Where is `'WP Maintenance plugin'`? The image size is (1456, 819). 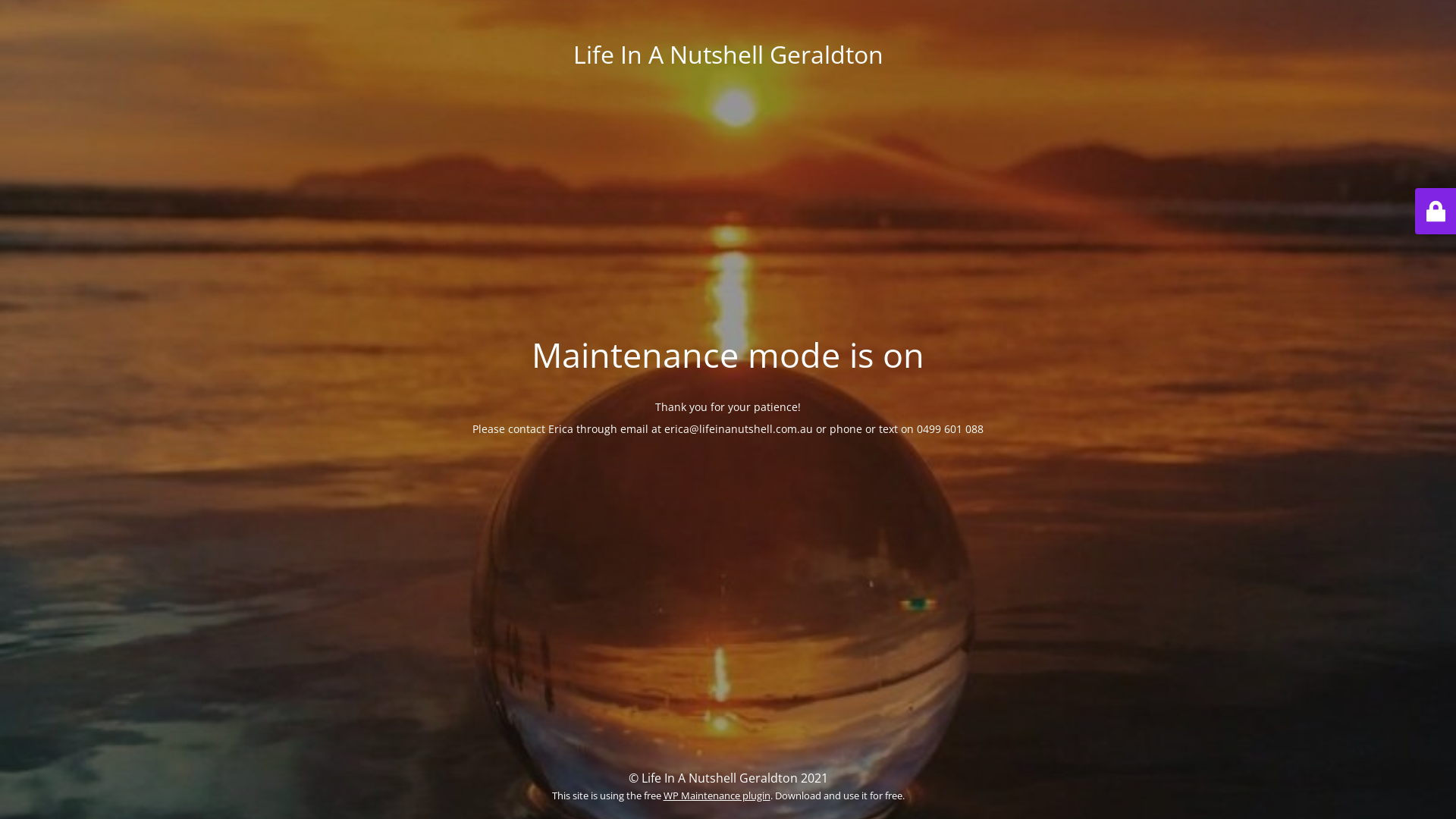
'WP Maintenance plugin' is located at coordinates (715, 795).